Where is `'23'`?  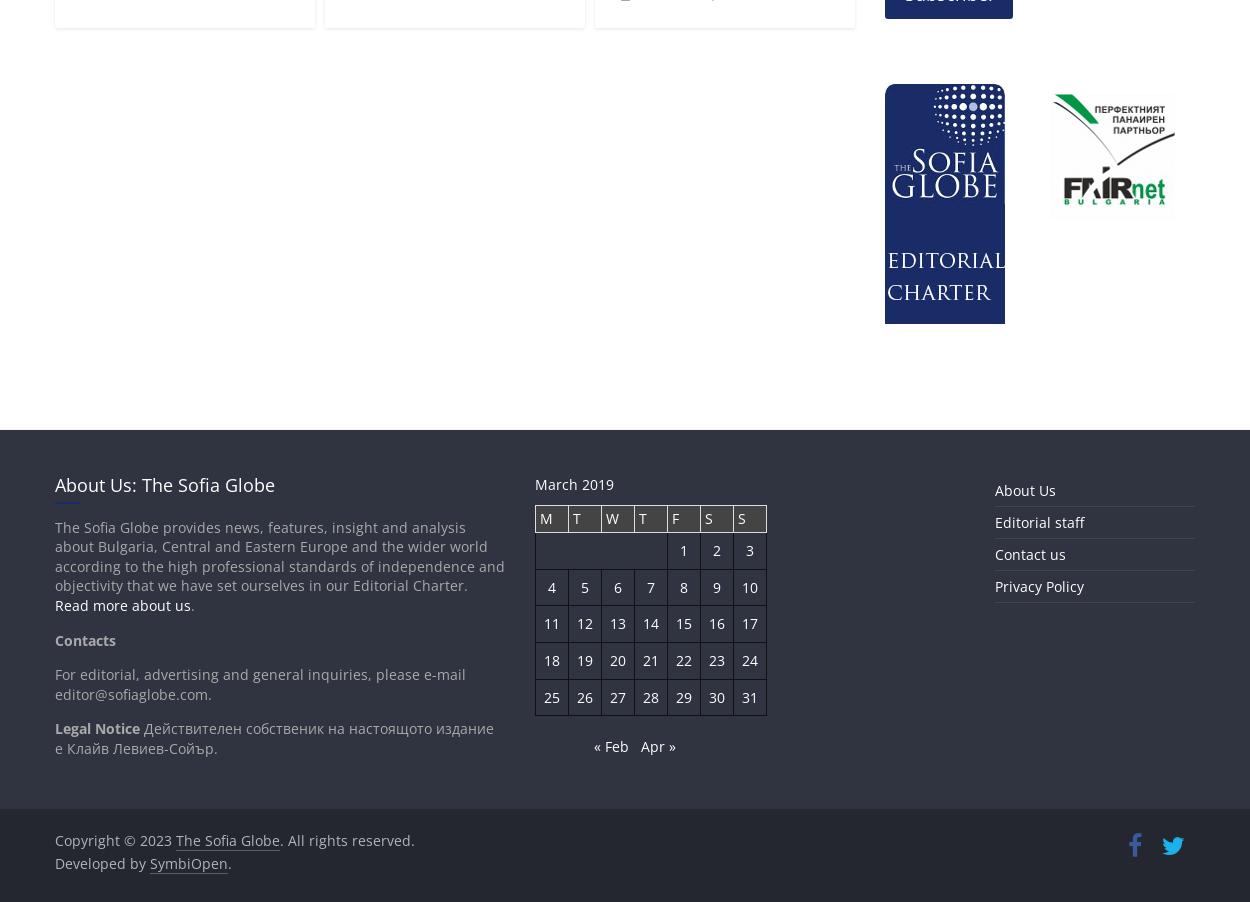
'23' is located at coordinates (708, 658).